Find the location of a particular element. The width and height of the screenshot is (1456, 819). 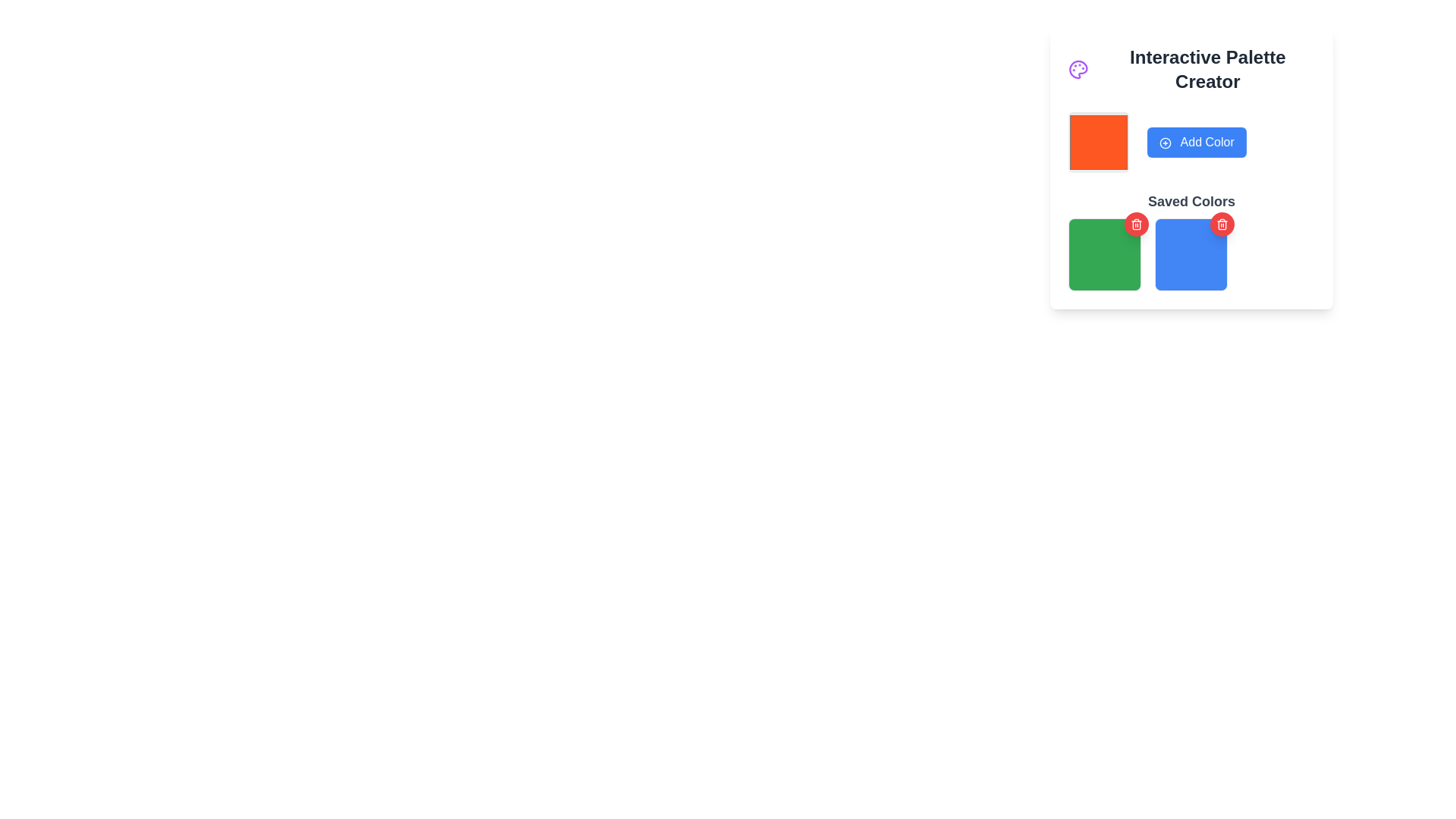

the 'Add Color' button in the color preview component located in the top middle section of the 'Interactive Palette Creator' interface is located at coordinates (1191, 143).